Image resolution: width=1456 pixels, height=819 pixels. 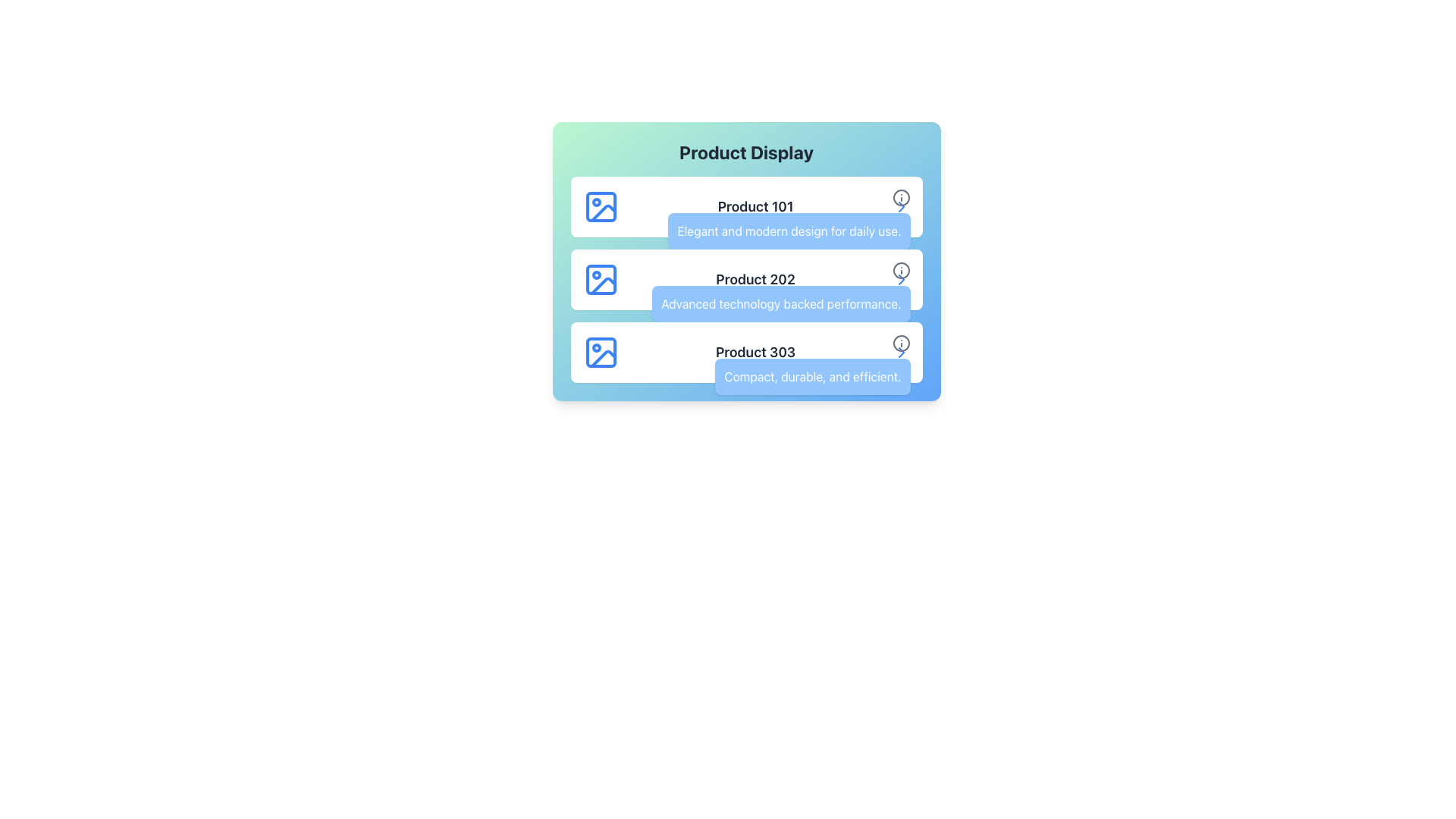 I want to click on the circular outline of the SVG icon located at the far right of the 'Product 101' row, so click(x=901, y=197).